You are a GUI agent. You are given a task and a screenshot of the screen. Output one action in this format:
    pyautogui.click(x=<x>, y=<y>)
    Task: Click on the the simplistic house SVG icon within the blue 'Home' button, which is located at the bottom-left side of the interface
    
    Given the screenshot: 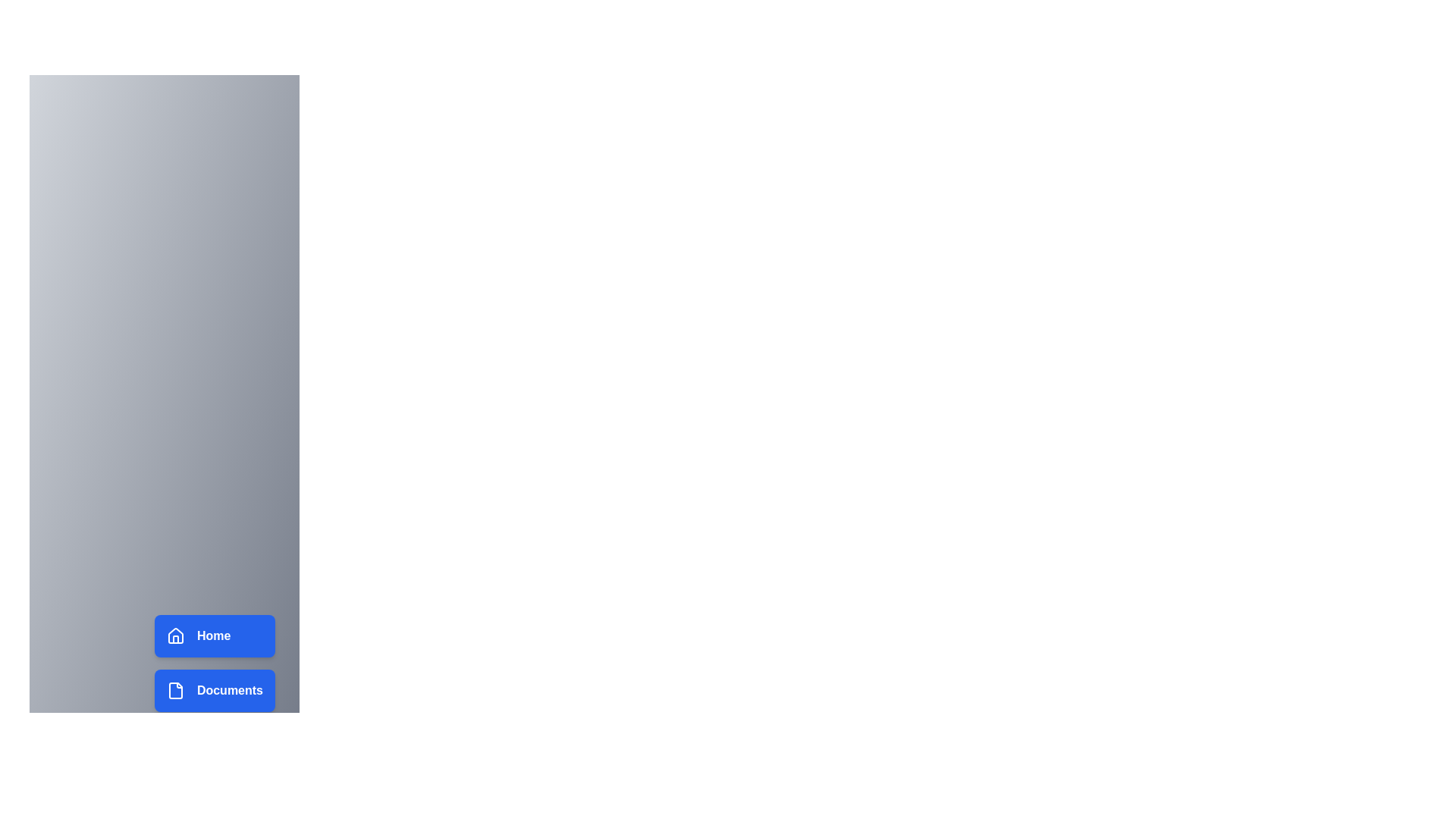 What is the action you would take?
    pyautogui.click(x=175, y=636)
    